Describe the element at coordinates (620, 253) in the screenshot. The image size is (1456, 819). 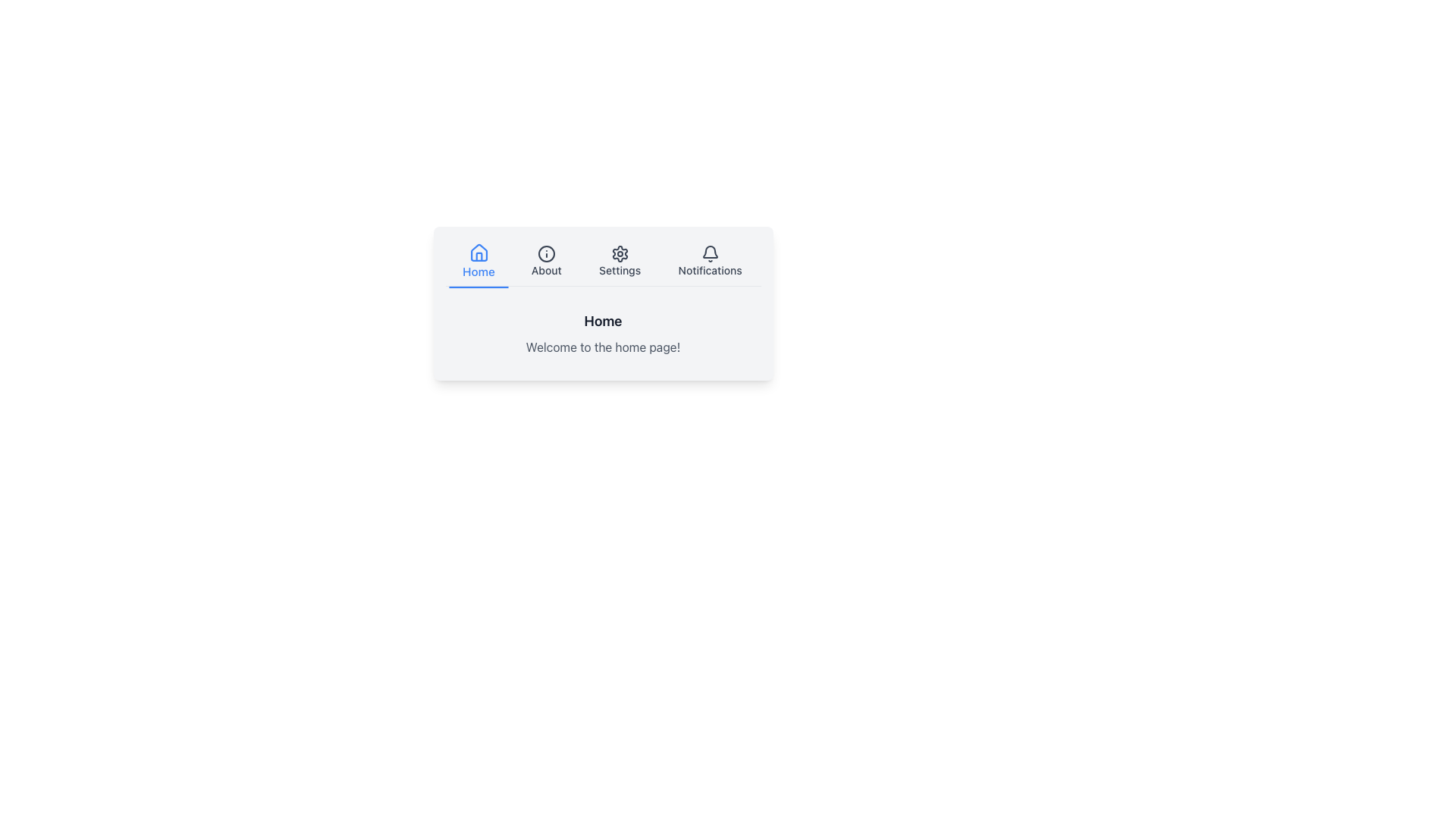
I see `the stylized gear icon that represents the settings button, located centrally among the four icons in the top section of the card interface` at that location.